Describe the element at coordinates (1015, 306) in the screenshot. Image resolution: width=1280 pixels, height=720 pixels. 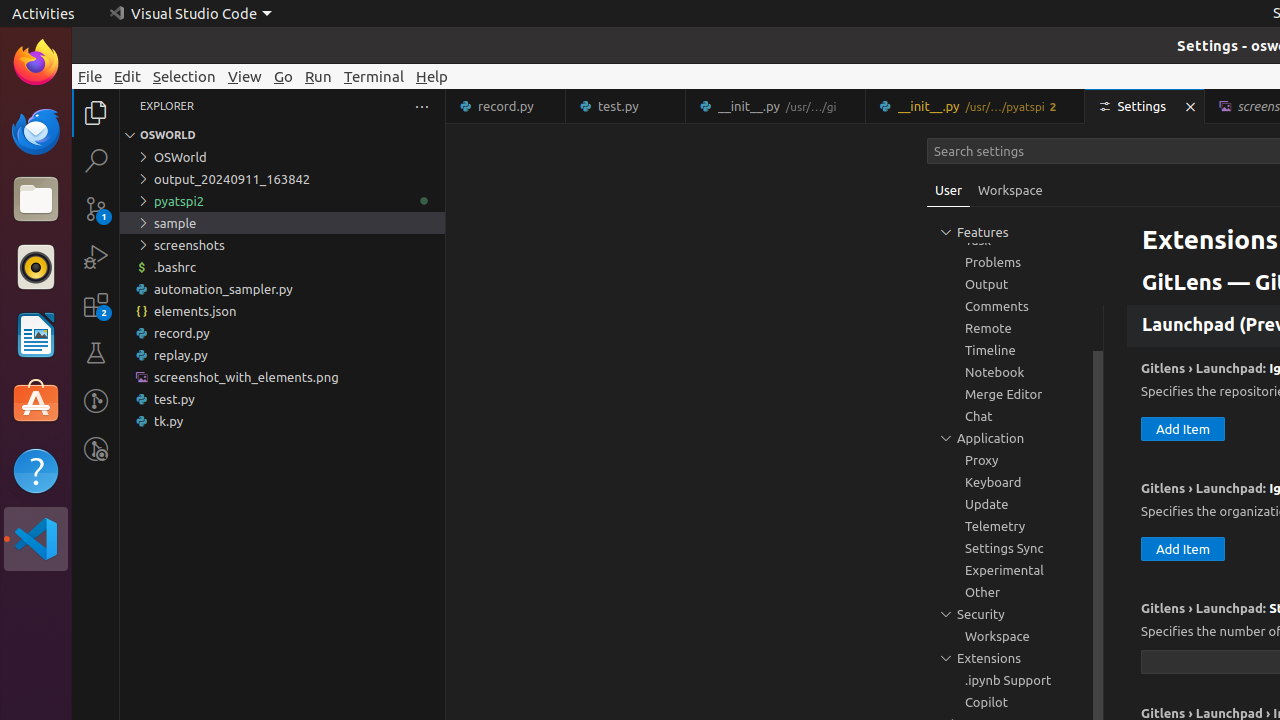
I see `'Comments, group'` at that location.